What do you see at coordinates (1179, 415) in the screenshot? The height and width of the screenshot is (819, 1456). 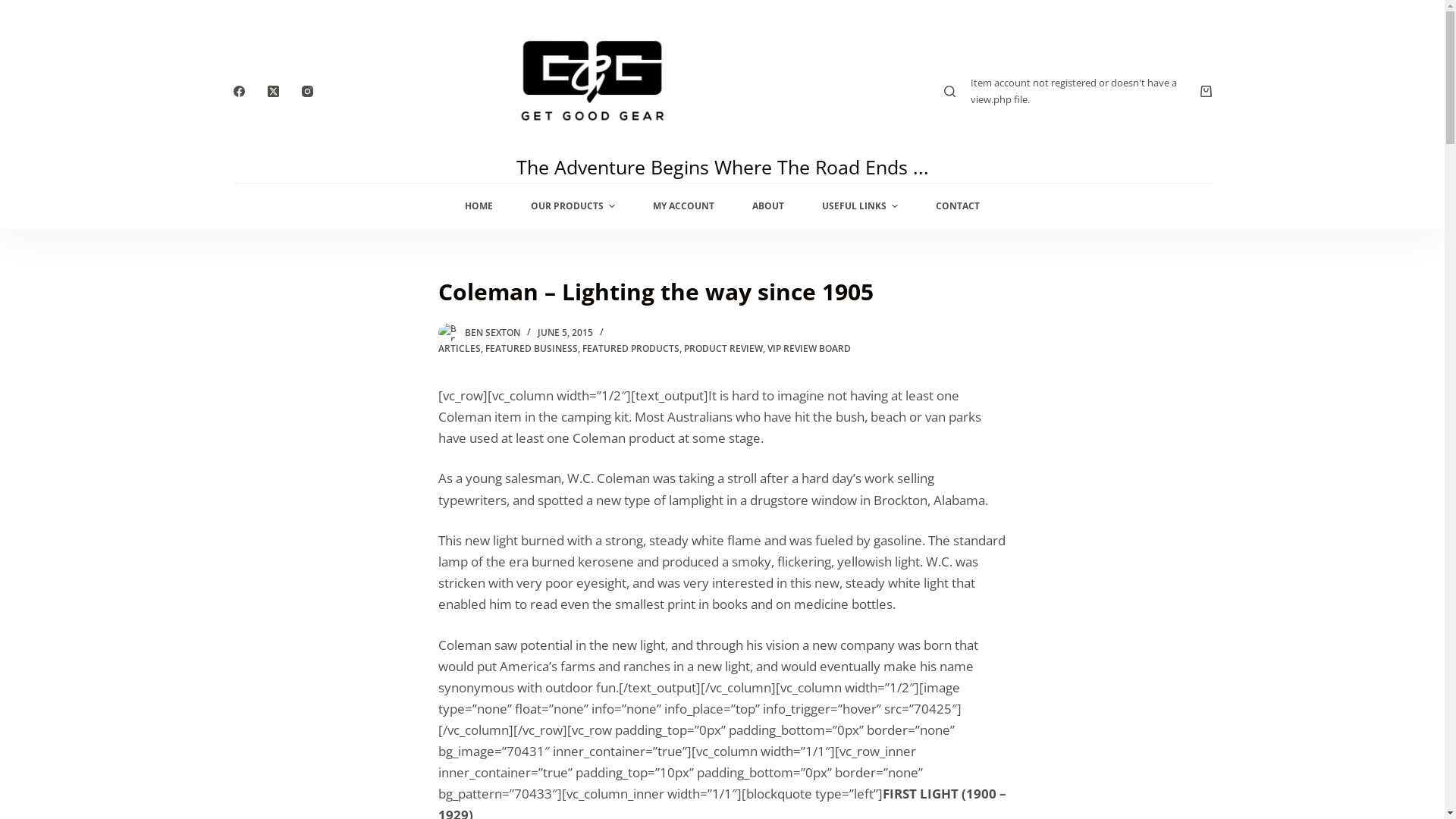 I see `'MY ACCOUNT'` at bounding box center [1179, 415].